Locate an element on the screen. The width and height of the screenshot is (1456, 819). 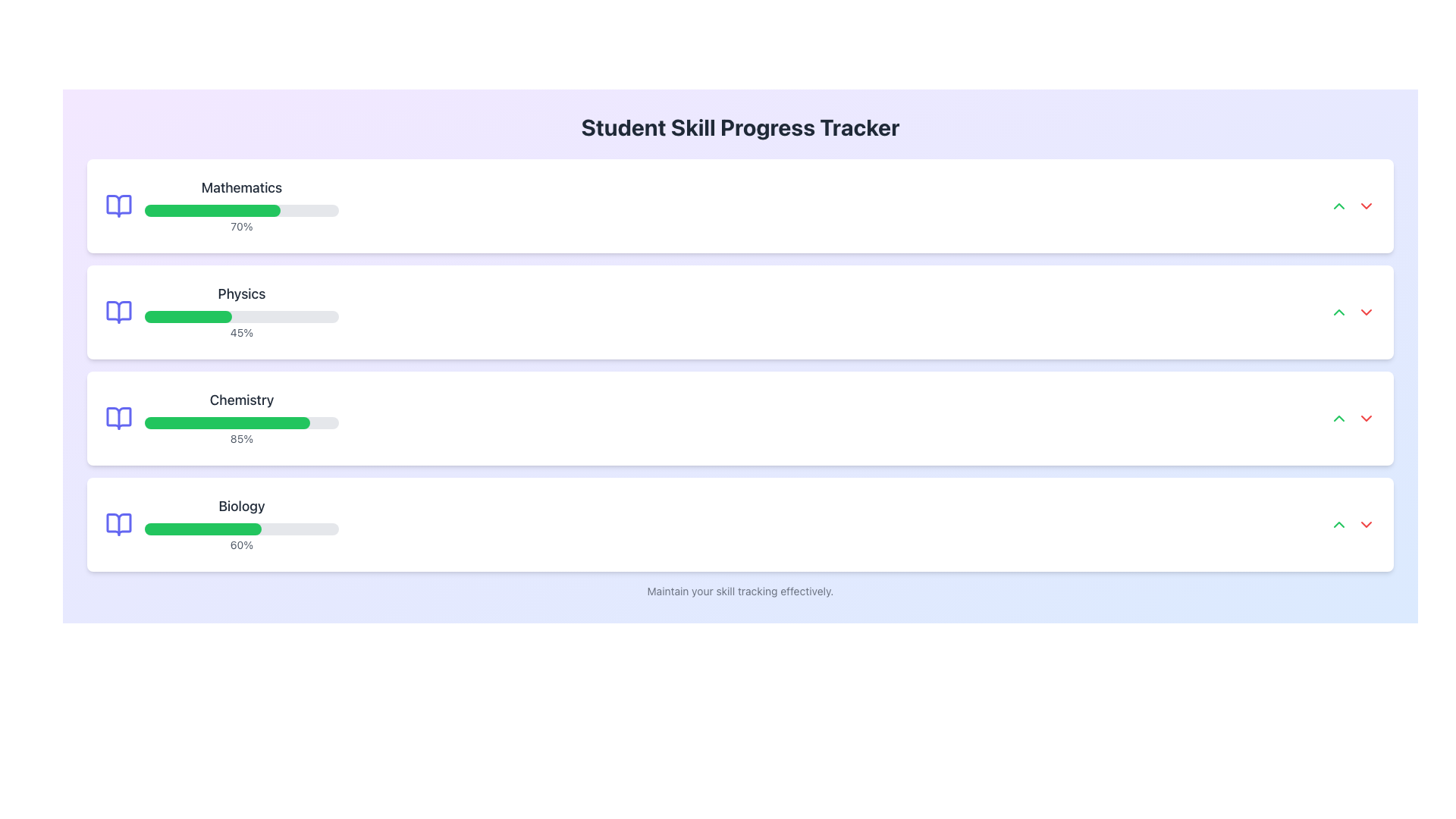
the title text of the third skill category in the progress tracking interface, which is positioned directly above the '85%' progress bar is located at coordinates (240, 400).